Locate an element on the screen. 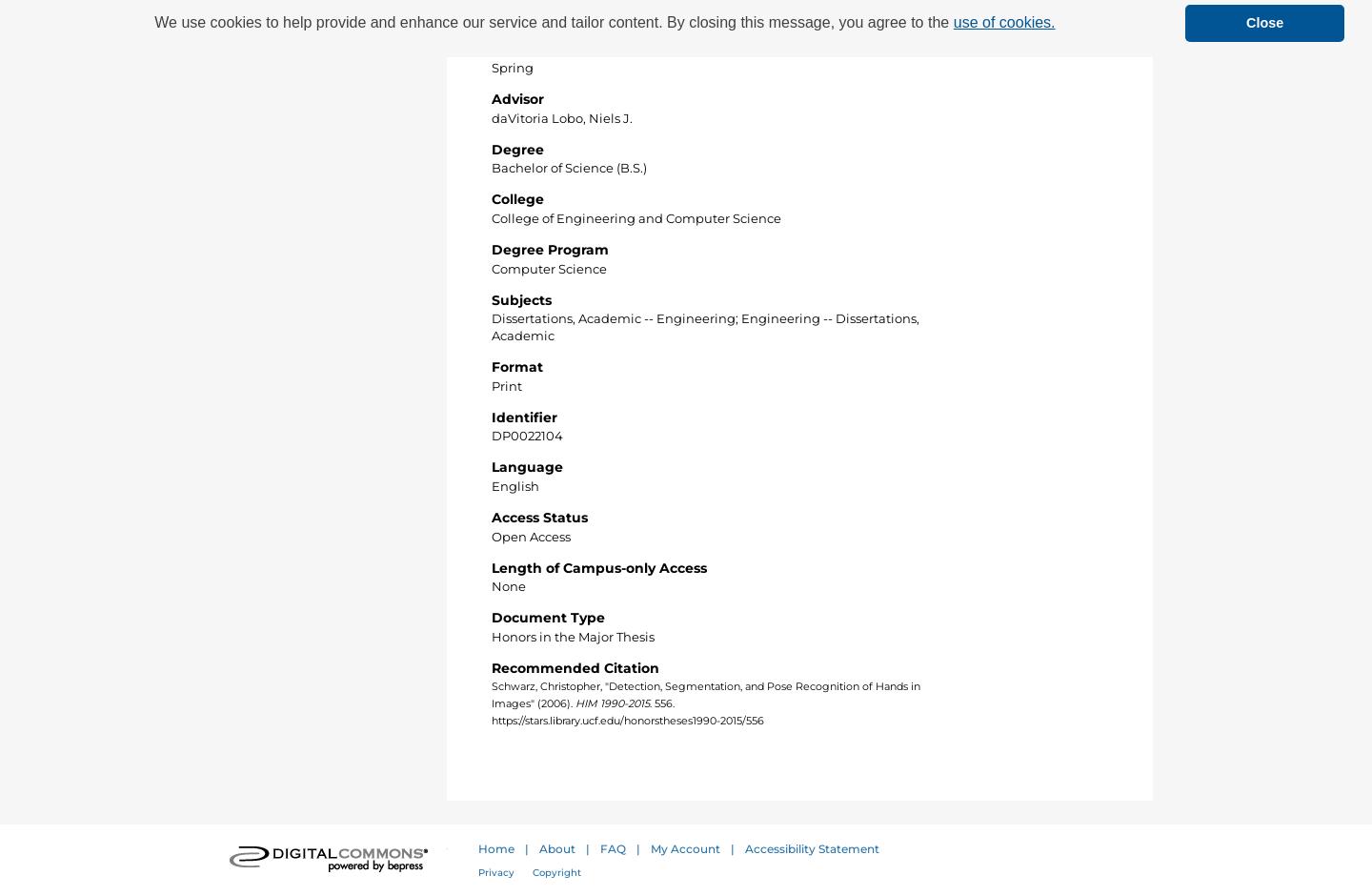 This screenshot has height=896, width=1372. 'College' is located at coordinates (517, 197).